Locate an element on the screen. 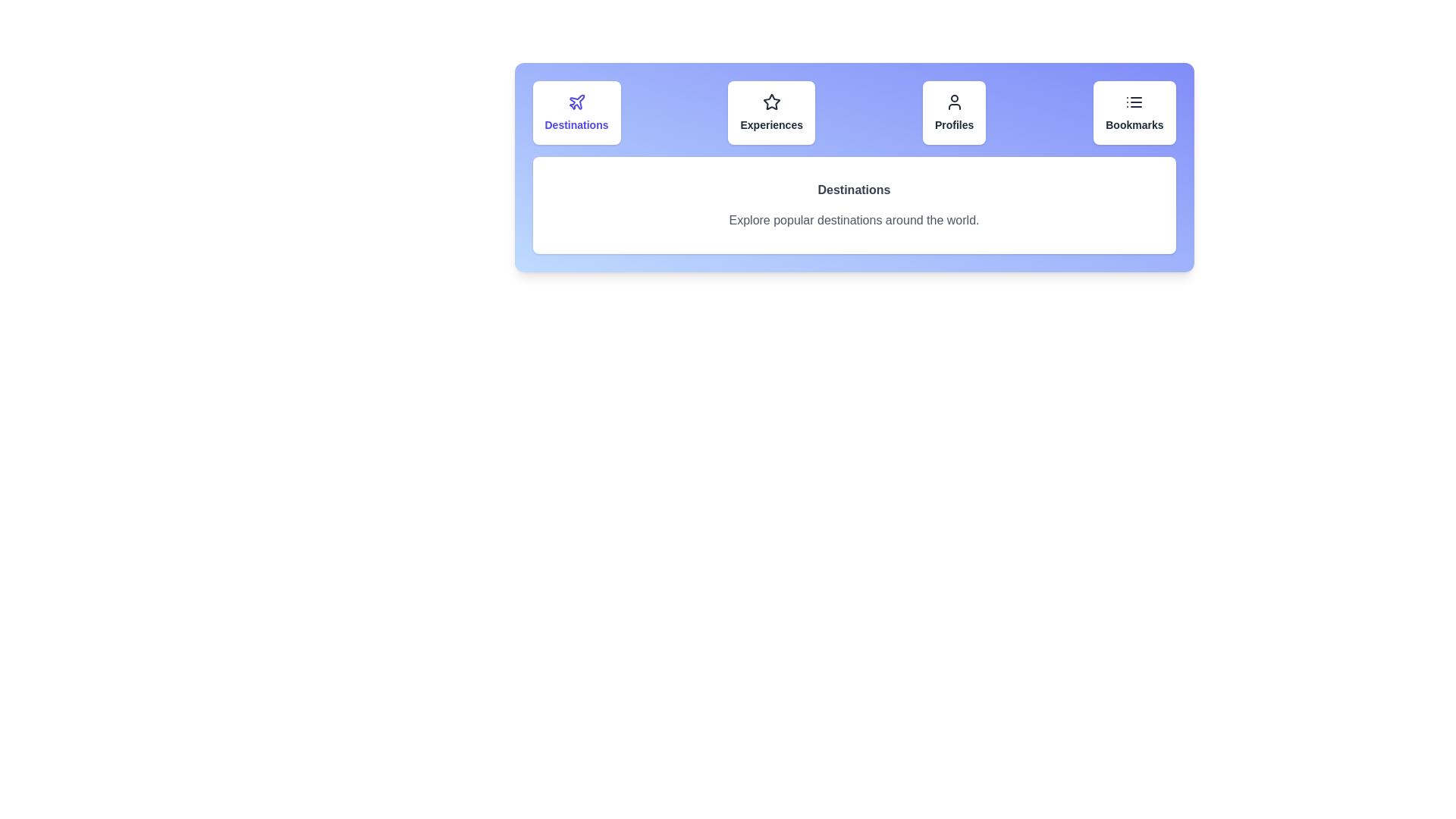 The height and width of the screenshot is (819, 1456). the Experiences tab to view its content is located at coordinates (771, 112).